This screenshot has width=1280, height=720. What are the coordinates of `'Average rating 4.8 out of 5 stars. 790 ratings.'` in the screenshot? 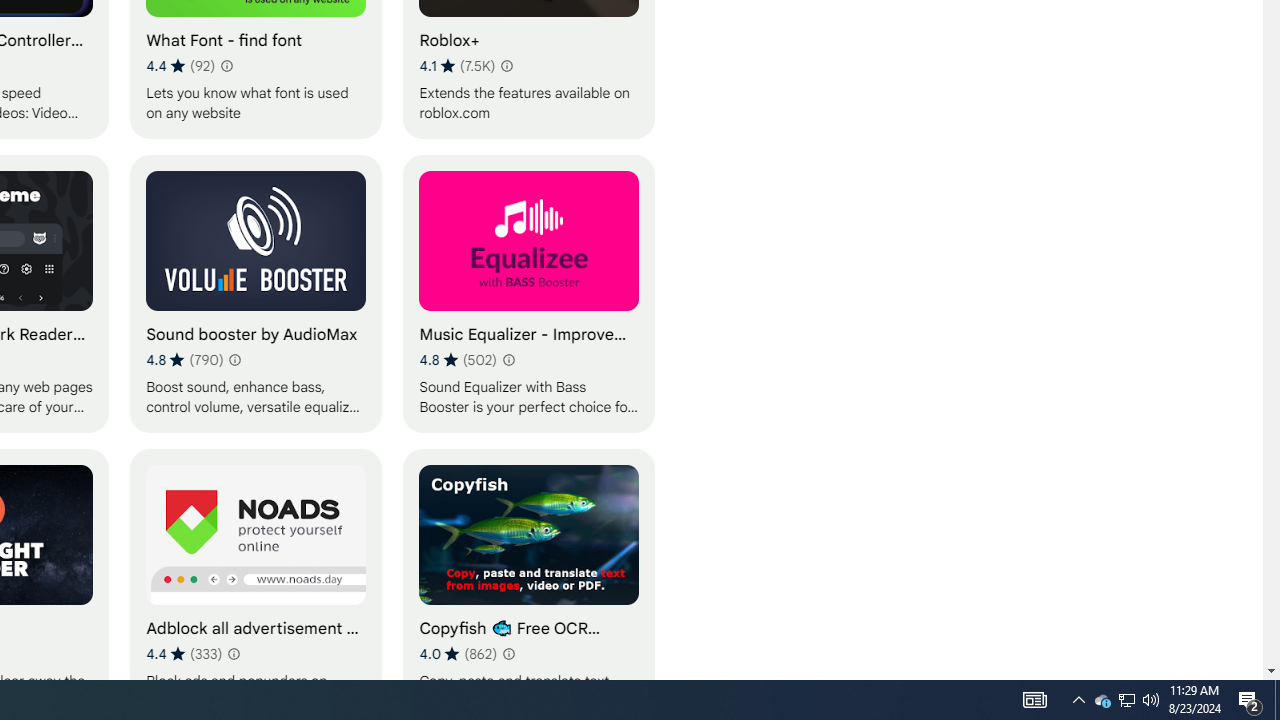 It's located at (184, 360).